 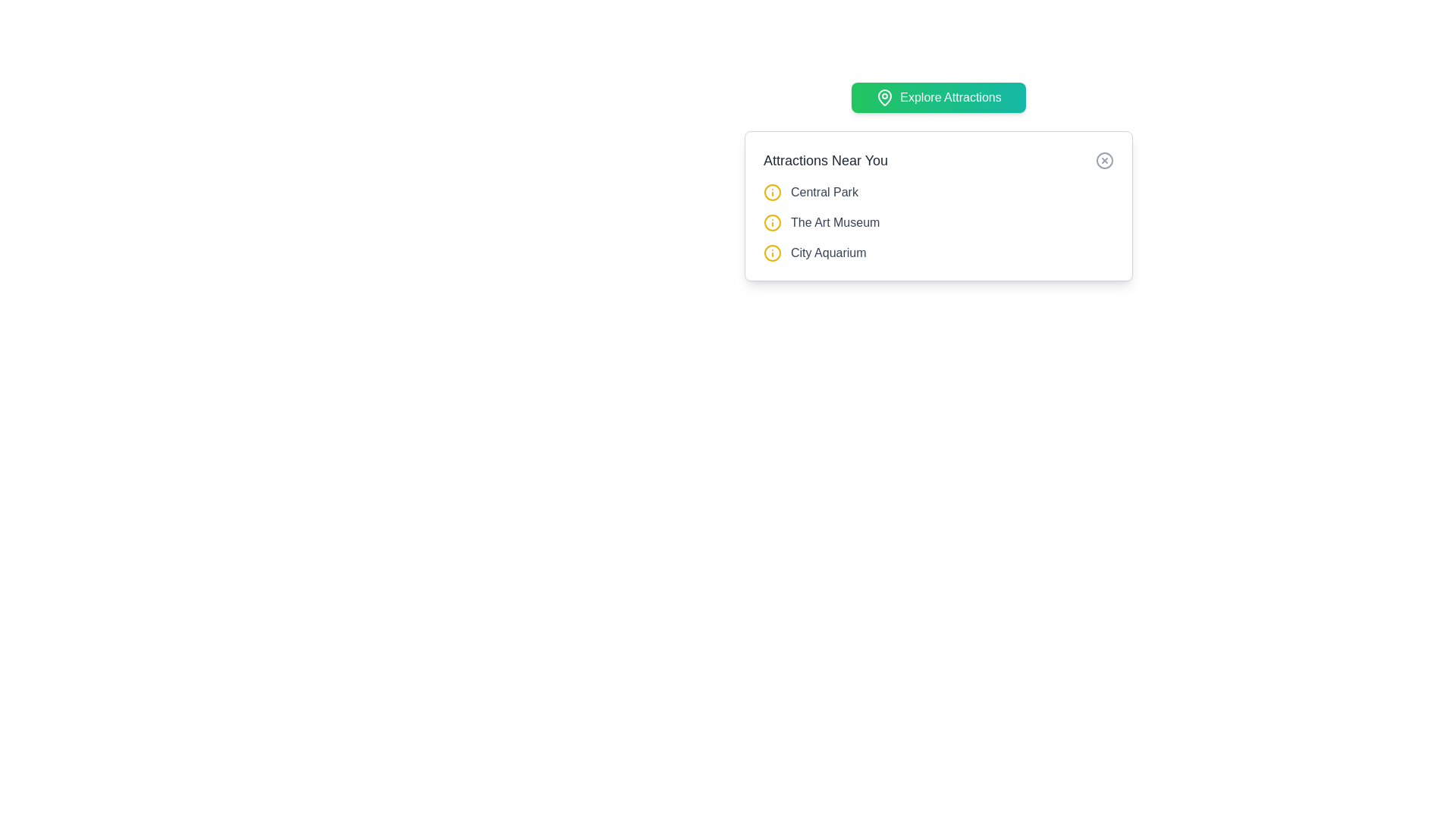 What do you see at coordinates (938, 97) in the screenshot?
I see `the green button labeled 'Explore Attractions' with a map pin icon` at bounding box center [938, 97].